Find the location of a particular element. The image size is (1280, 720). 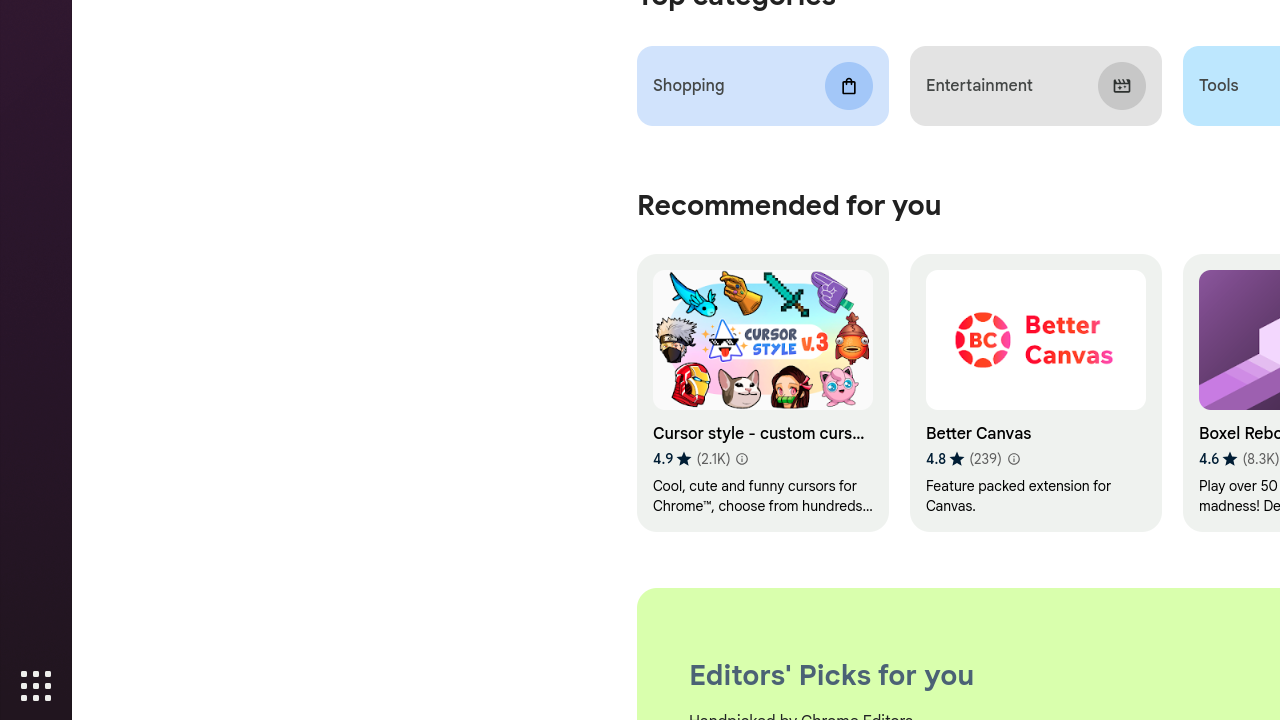

'Better Canvas' is located at coordinates (1035, 393).